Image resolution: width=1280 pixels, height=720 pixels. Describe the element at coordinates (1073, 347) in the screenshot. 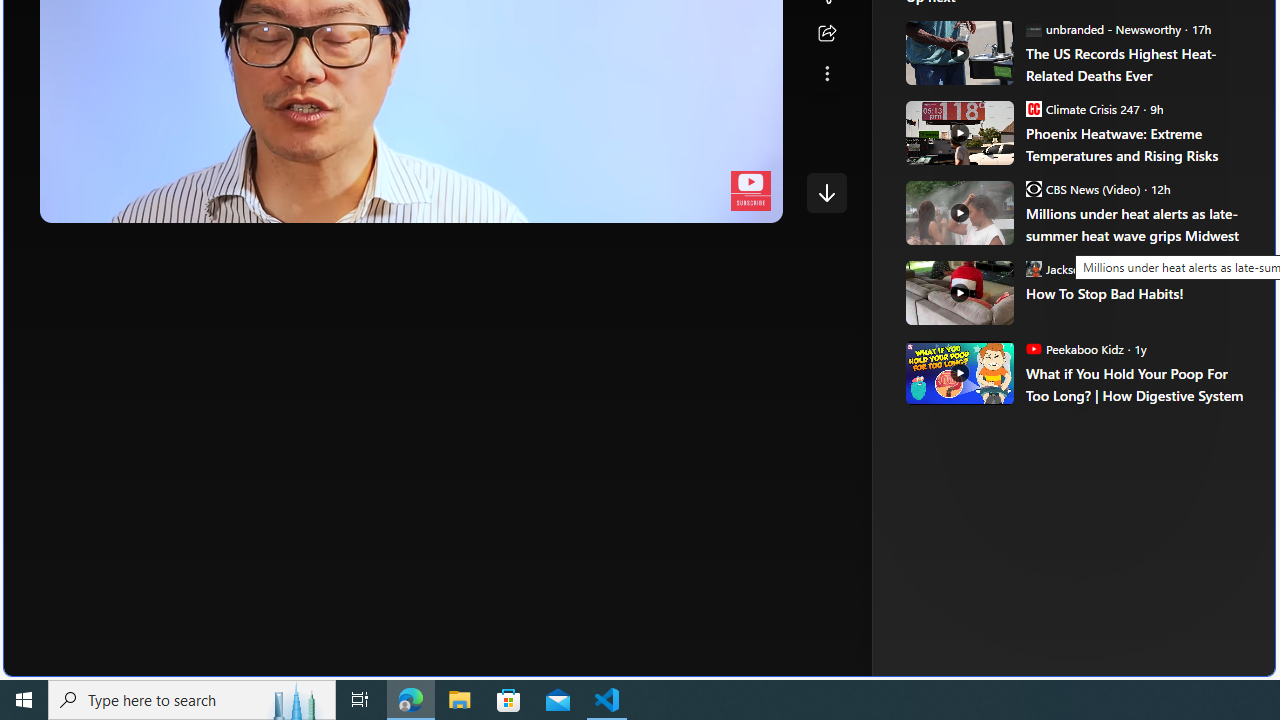

I see `'Peekaboo Kidz Peekaboo Kidz'` at that location.